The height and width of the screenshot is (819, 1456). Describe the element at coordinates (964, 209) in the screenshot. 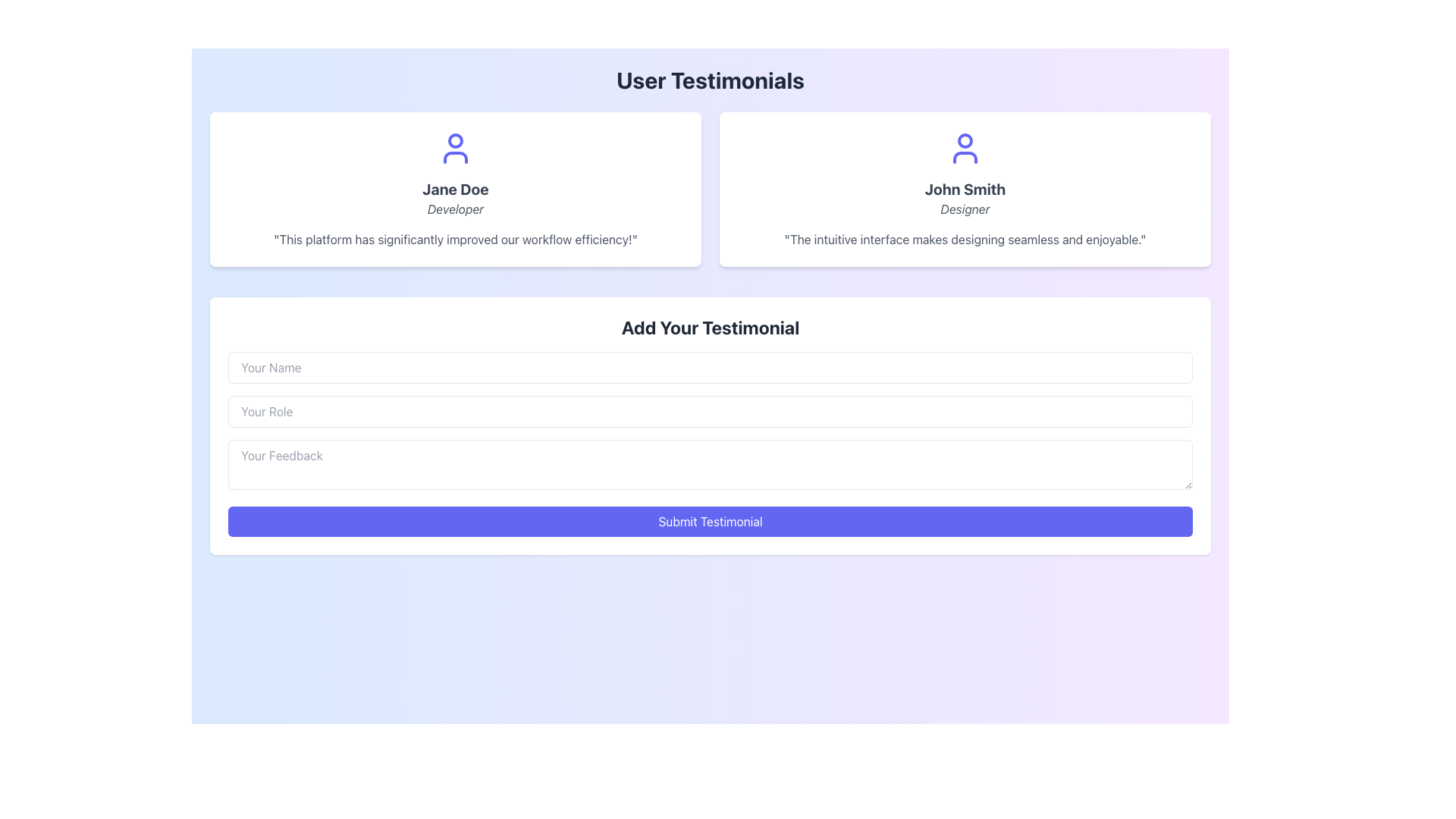

I see `the Text Label that indicates the role or job title of John Smith, located within the User Testimonials section, directly below the bold text of 'John Smith'` at that location.